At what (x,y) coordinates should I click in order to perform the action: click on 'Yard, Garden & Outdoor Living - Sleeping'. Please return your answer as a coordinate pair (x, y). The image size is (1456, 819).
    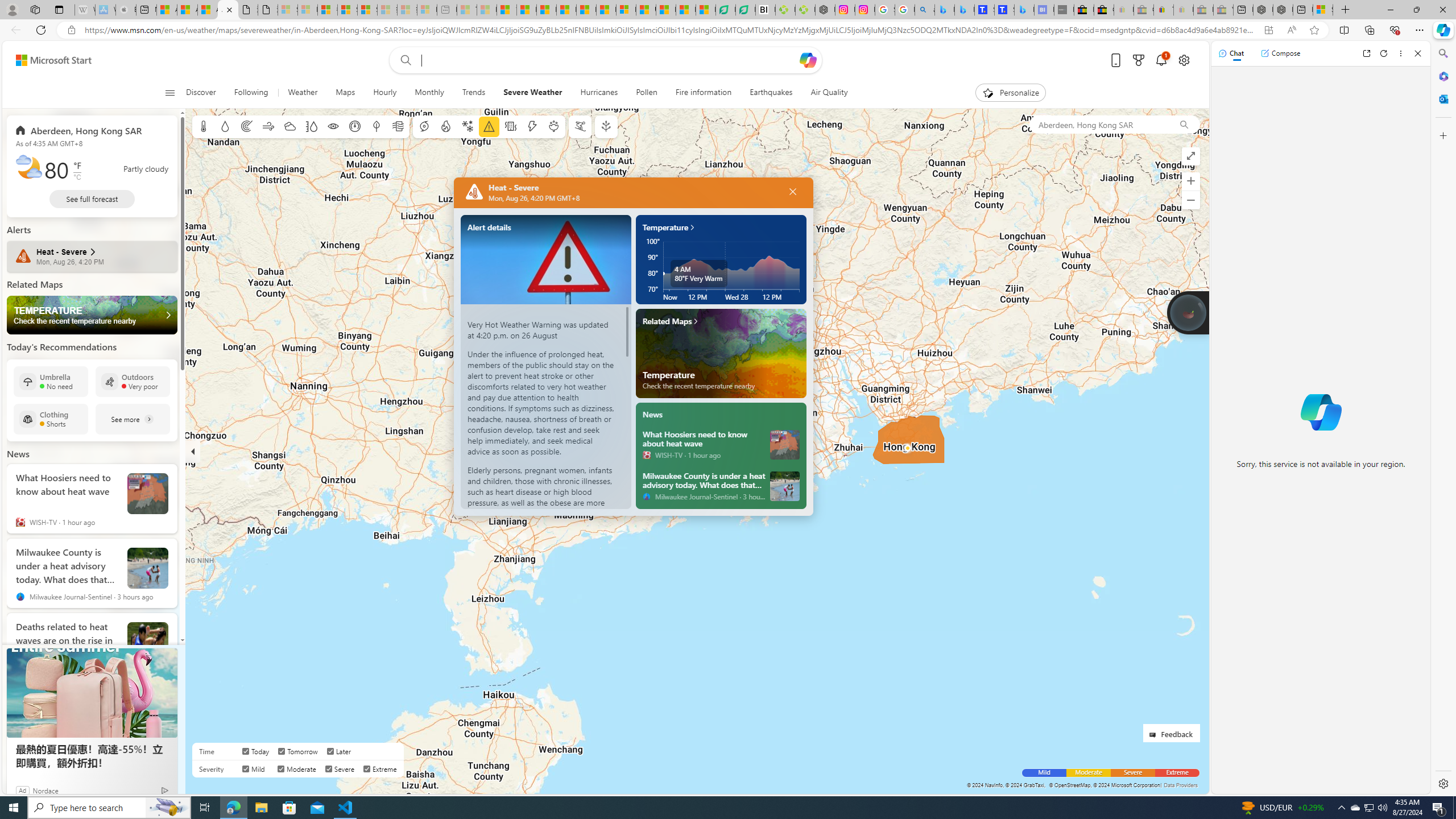
    Looking at the image, I should click on (1222, 9).